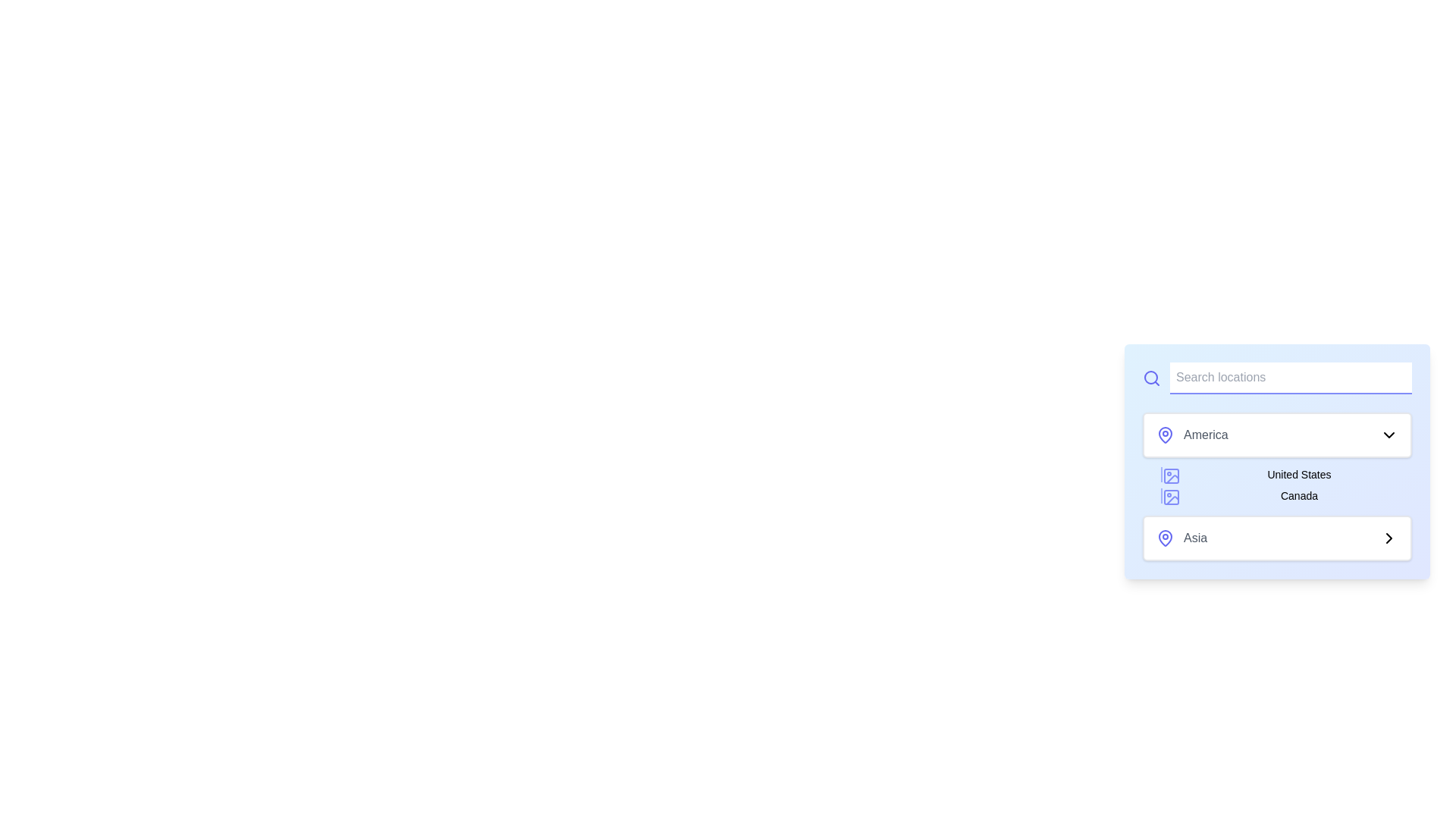 Image resolution: width=1456 pixels, height=819 pixels. Describe the element at coordinates (1164, 435) in the screenshot. I see `the indigo-colored map pin icon located to the left of the 'America' label in the dropdown menu for additional options` at that location.